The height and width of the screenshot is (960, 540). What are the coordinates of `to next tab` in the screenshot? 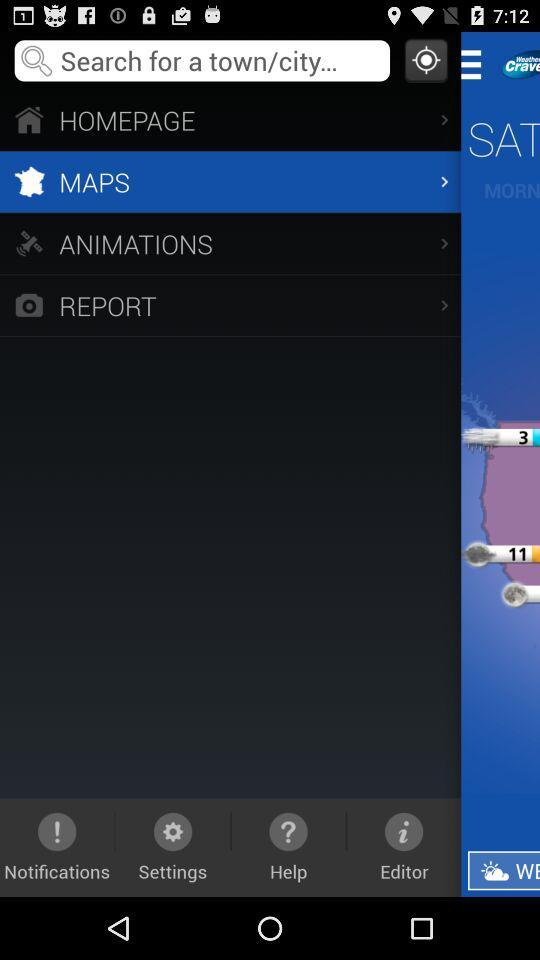 It's located at (517, 64).